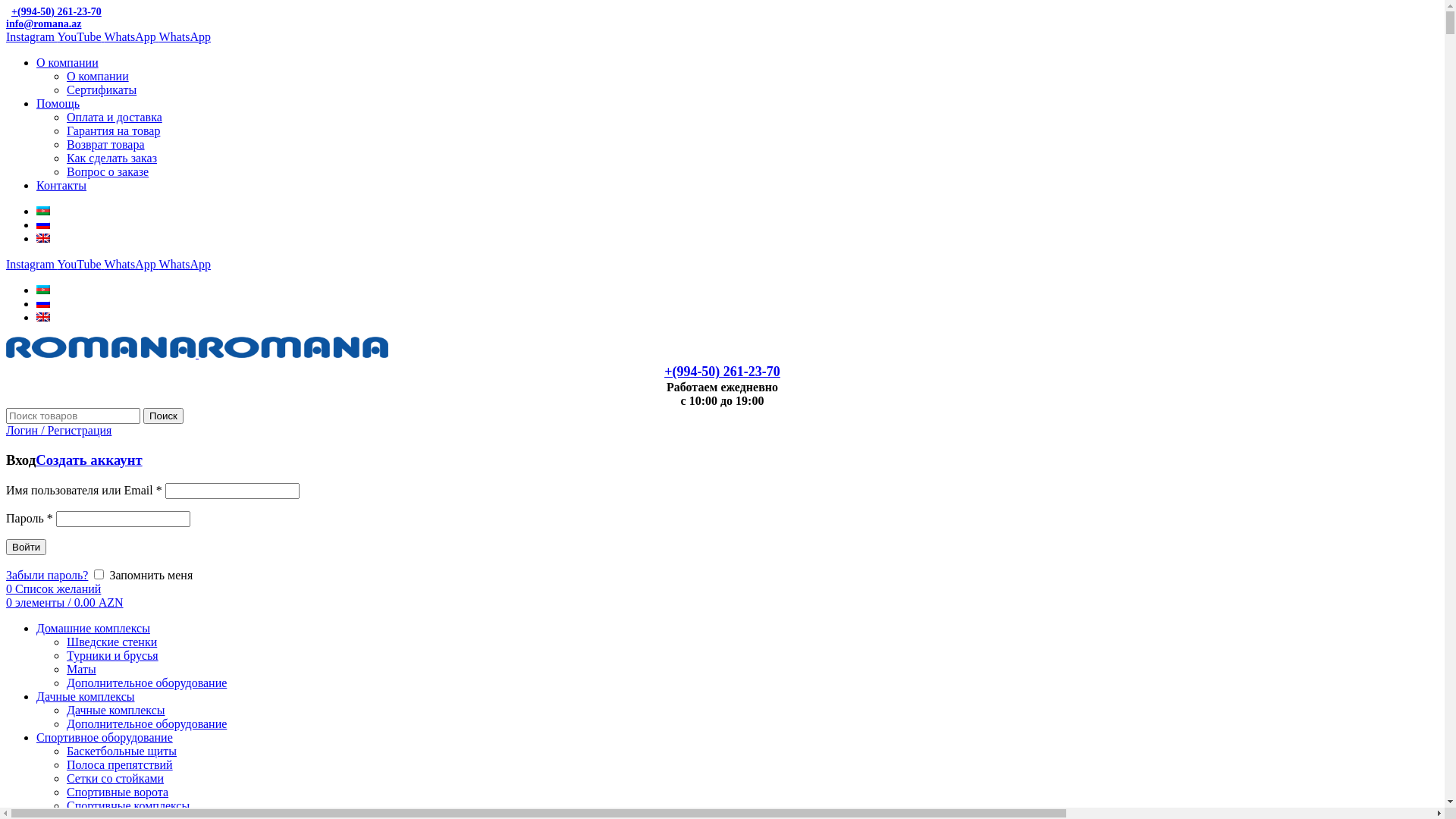  What do you see at coordinates (79, 36) in the screenshot?
I see `'YouTube'` at bounding box center [79, 36].